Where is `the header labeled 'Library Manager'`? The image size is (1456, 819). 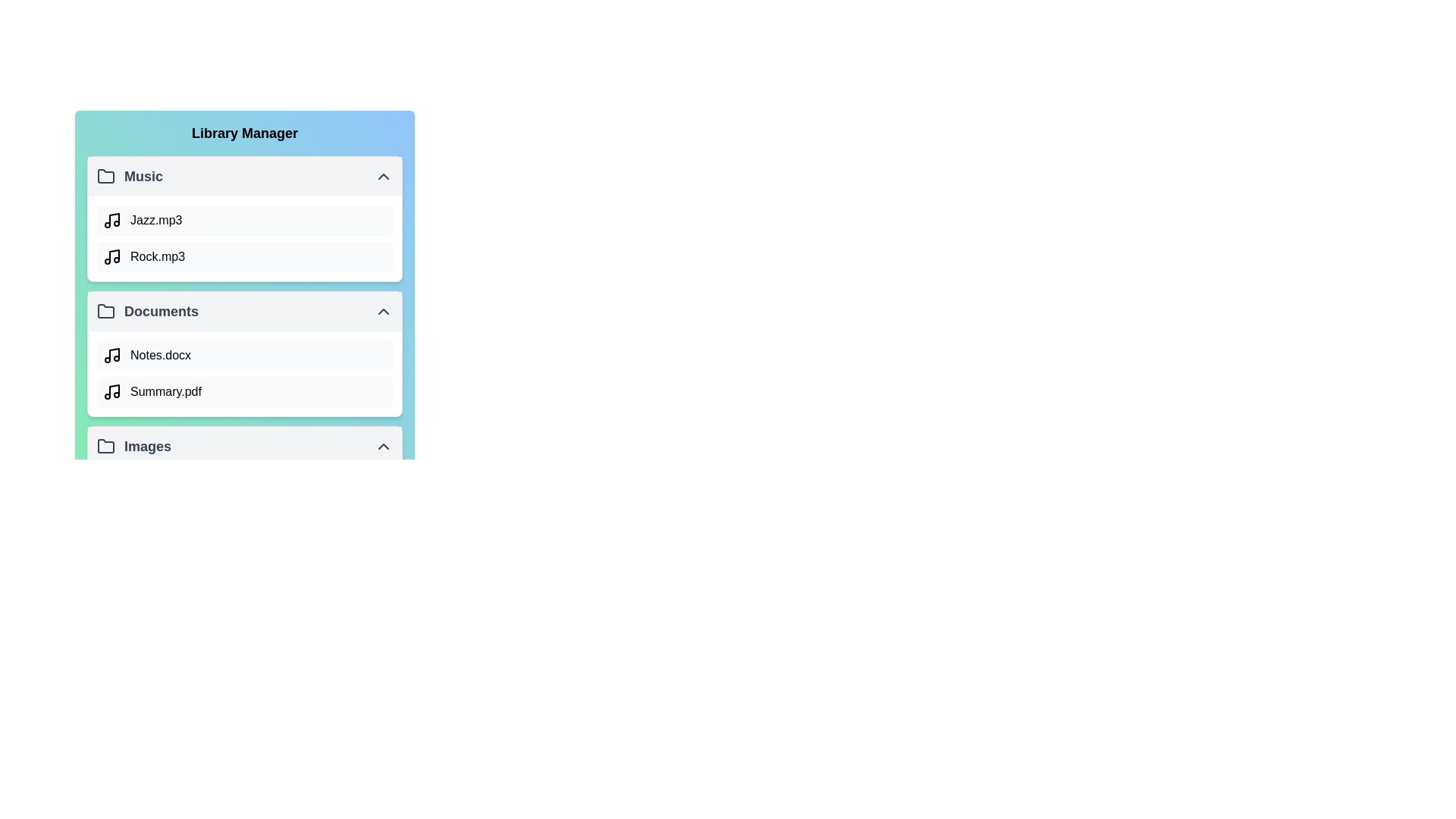 the header labeled 'Library Manager' is located at coordinates (244, 133).